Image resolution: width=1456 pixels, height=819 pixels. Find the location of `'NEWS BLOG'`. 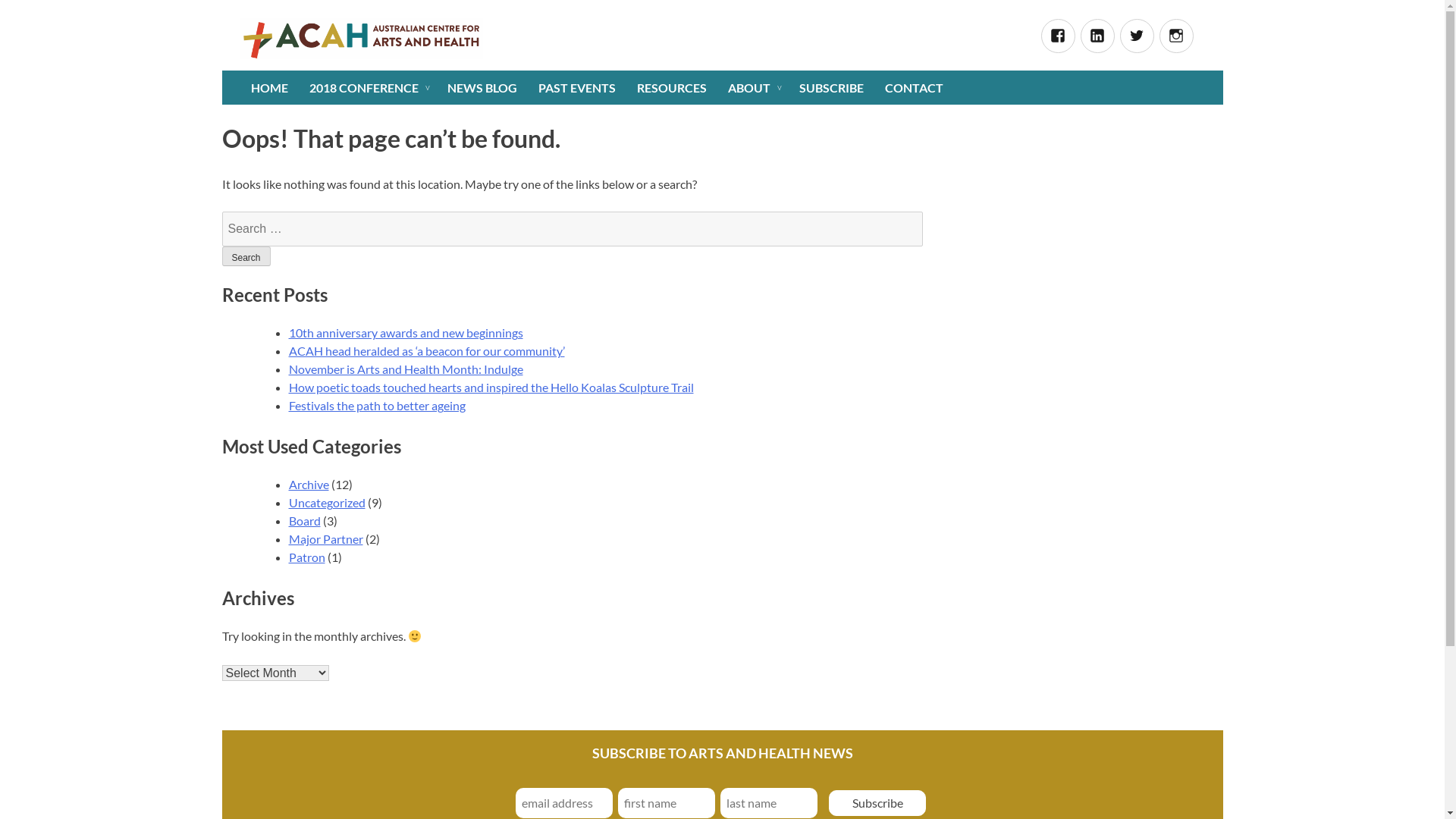

'NEWS BLOG' is located at coordinates (481, 87).